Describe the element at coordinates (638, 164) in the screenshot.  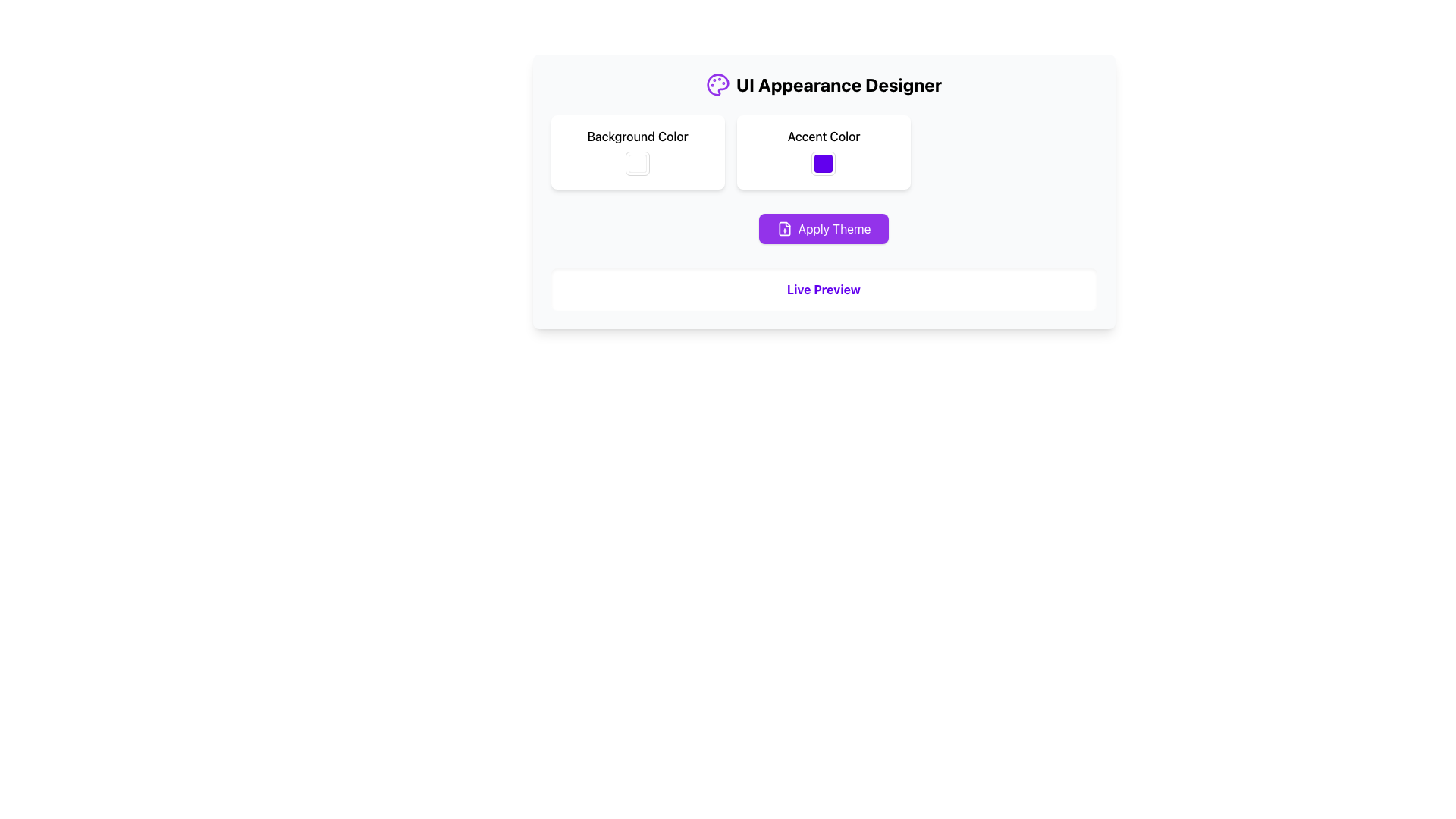
I see `the small rectangular color block indicator located within the 'Background Color' box in the 'UI Appearance Designer' control panel` at that location.